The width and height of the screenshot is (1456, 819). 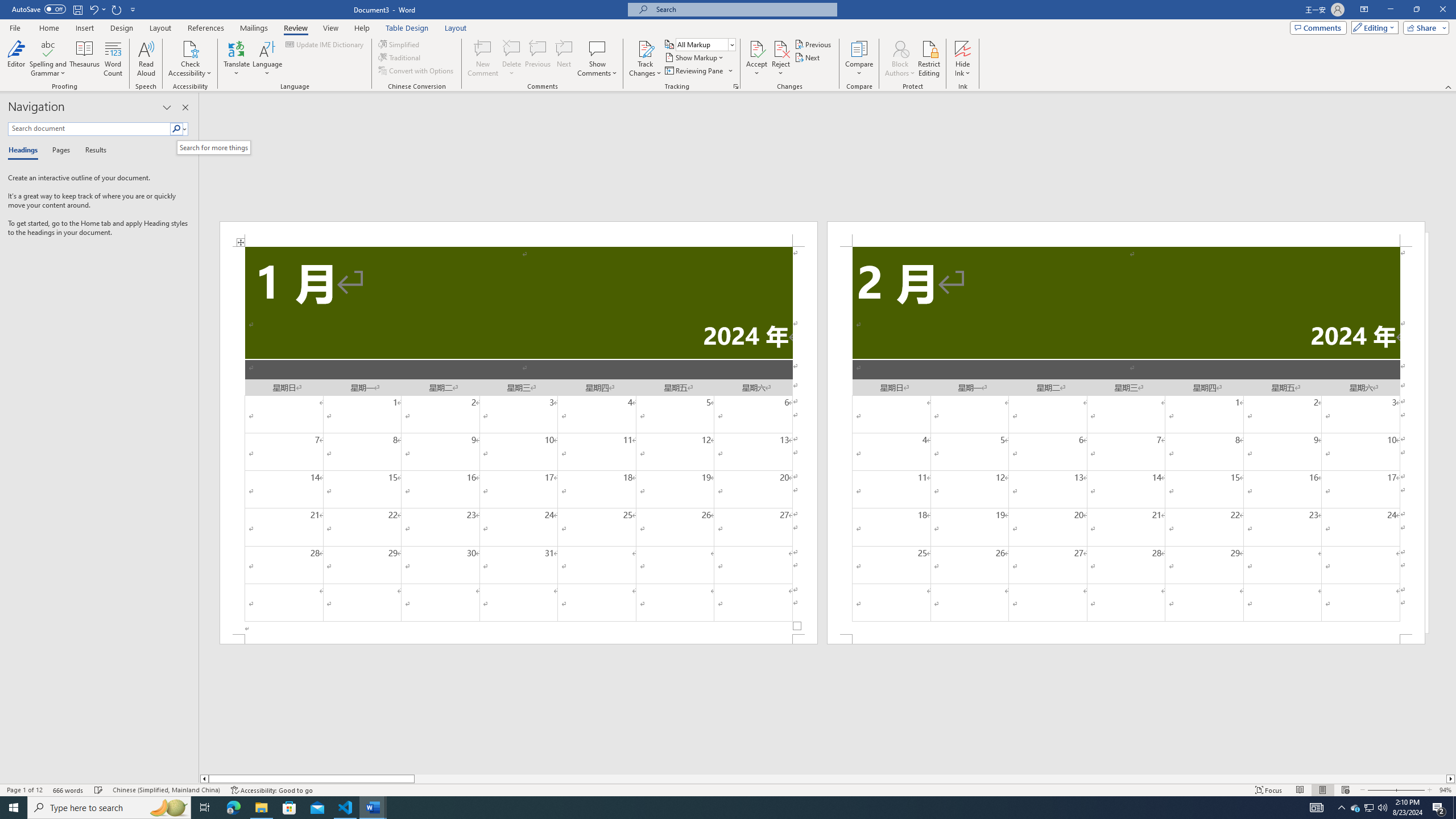 What do you see at coordinates (417, 69) in the screenshot?
I see `'Convert with Options...'` at bounding box center [417, 69].